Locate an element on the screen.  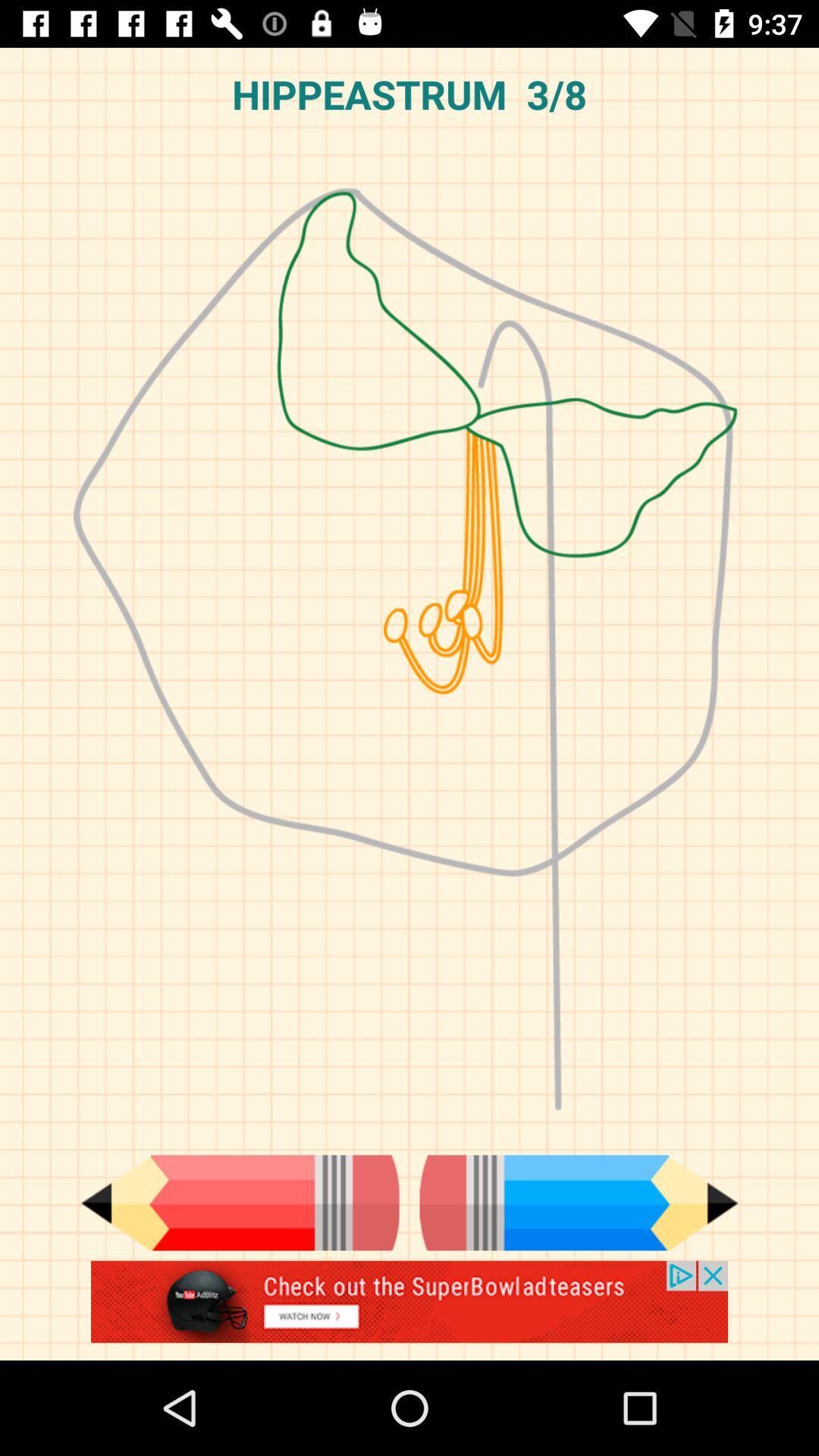
advertisement is located at coordinates (409, 1310).